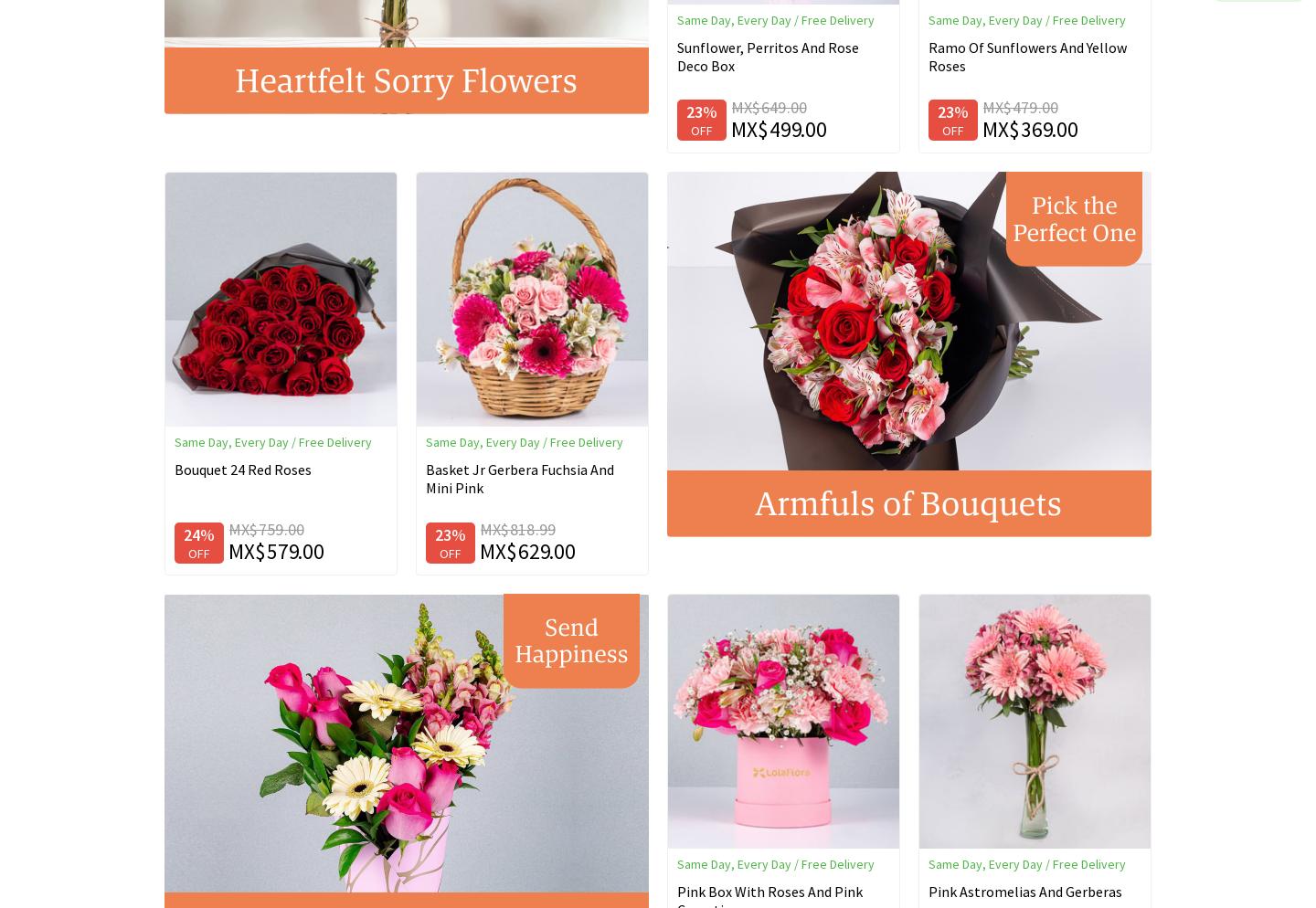  Describe the element at coordinates (1024, 891) in the screenshot. I see `'Pink Astromelias And Gerberas'` at that location.